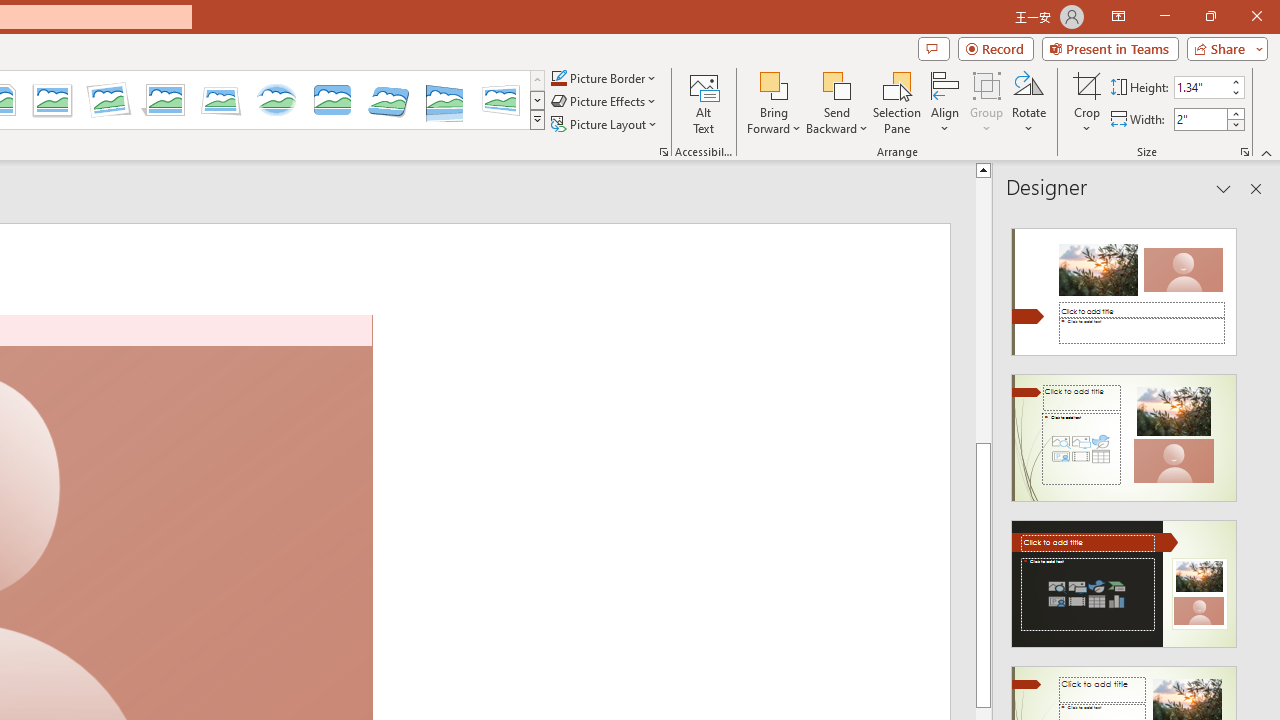 The height and width of the screenshot is (720, 1280). I want to click on 'Bring Forward', so click(773, 84).